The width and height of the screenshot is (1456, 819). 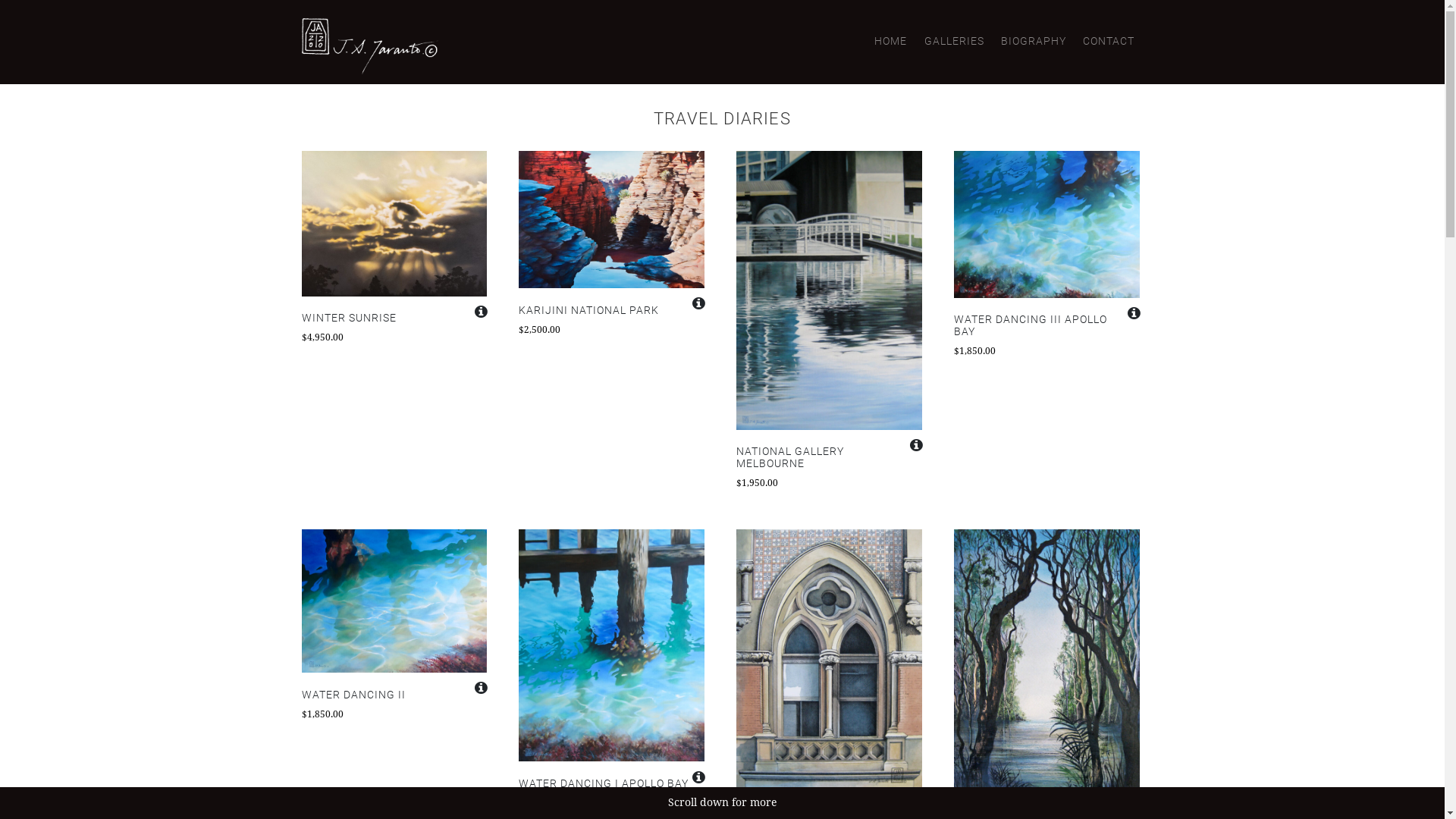 What do you see at coordinates (1046, 325) in the screenshot?
I see `'WATER DANCING III APOLLO BAY'` at bounding box center [1046, 325].